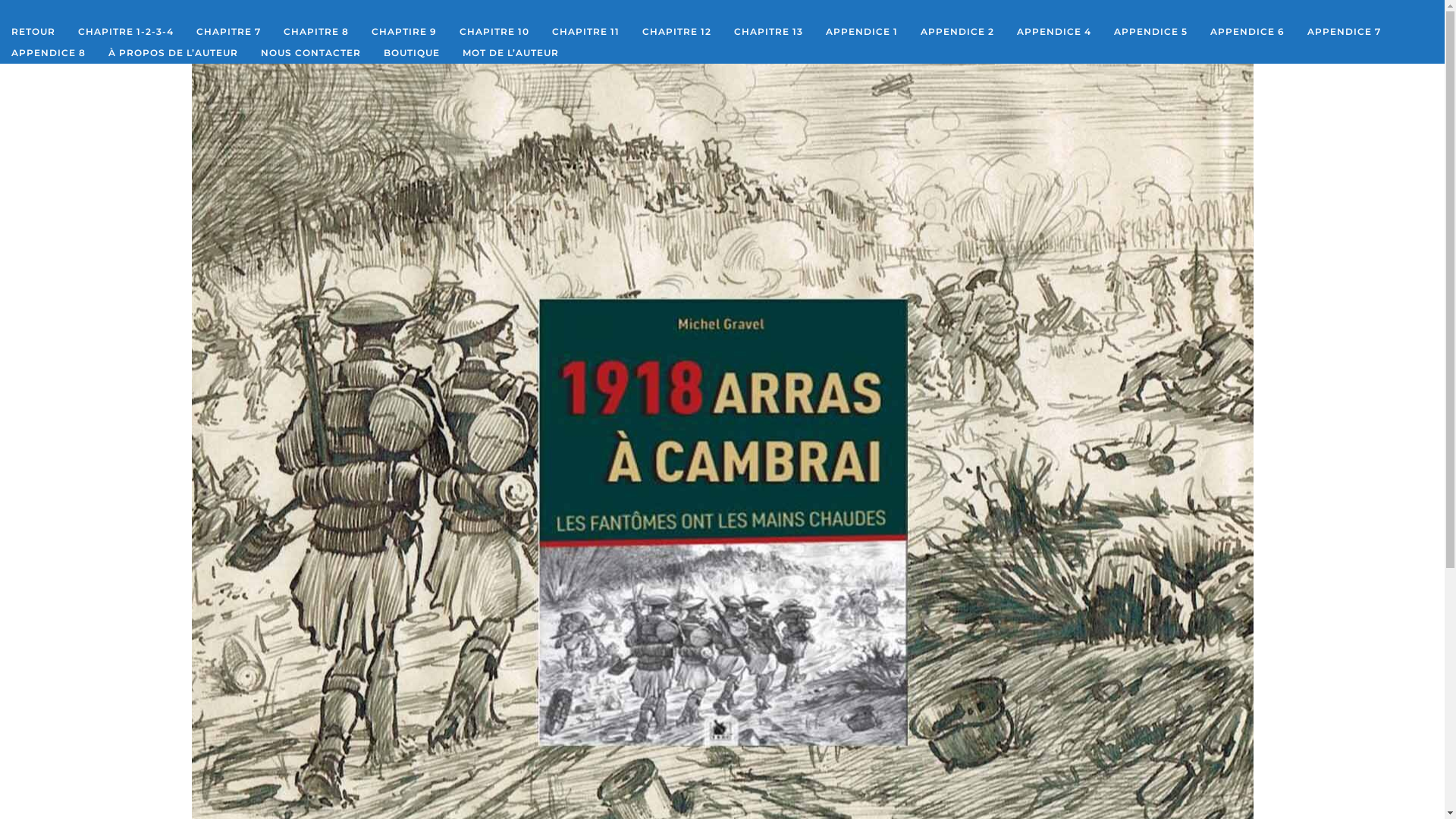  I want to click on 'APPENDICE 8', so click(0, 52).